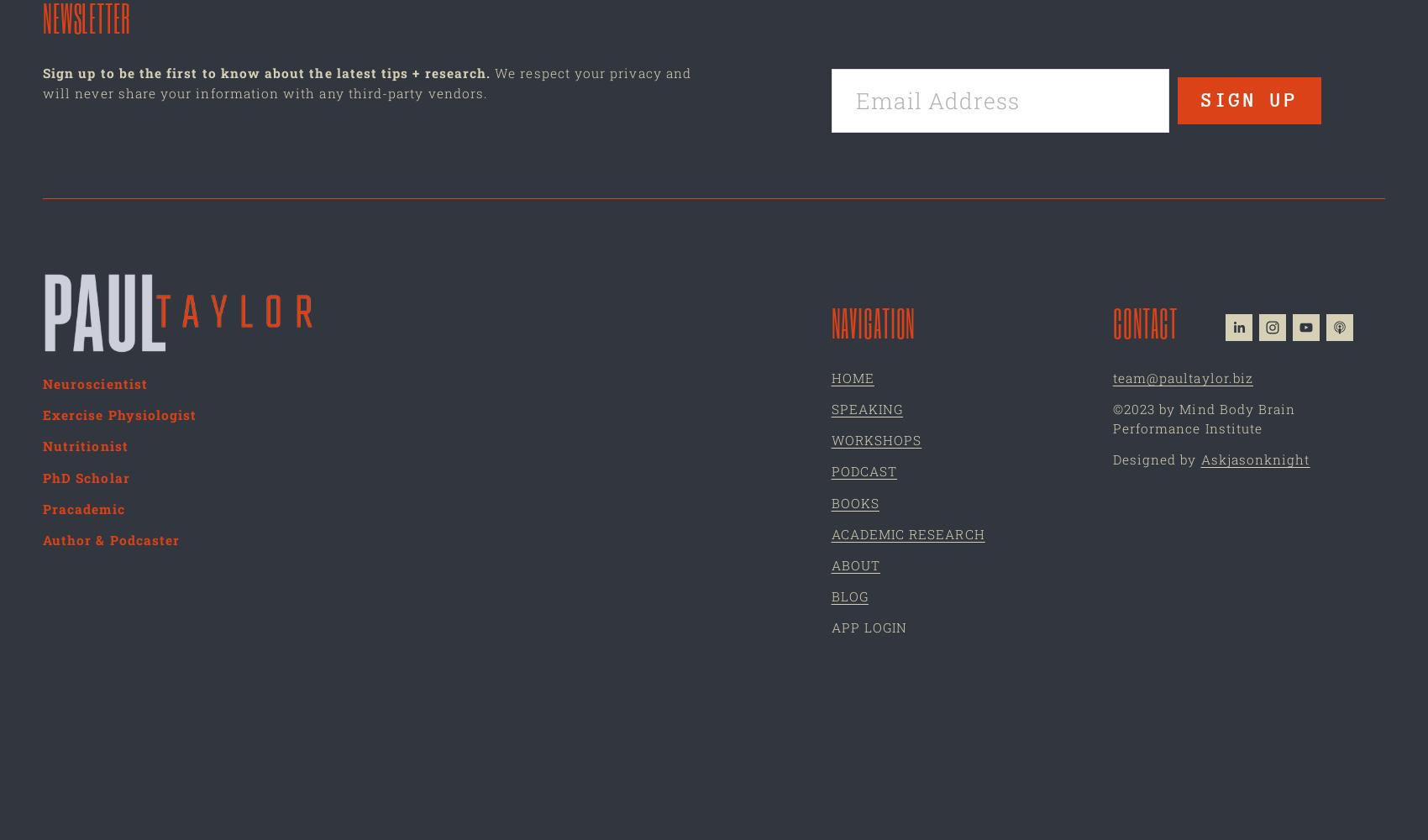 The height and width of the screenshot is (840, 1428). Describe the element at coordinates (1156, 459) in the screenshot. I see `'Designed by'` at that location.